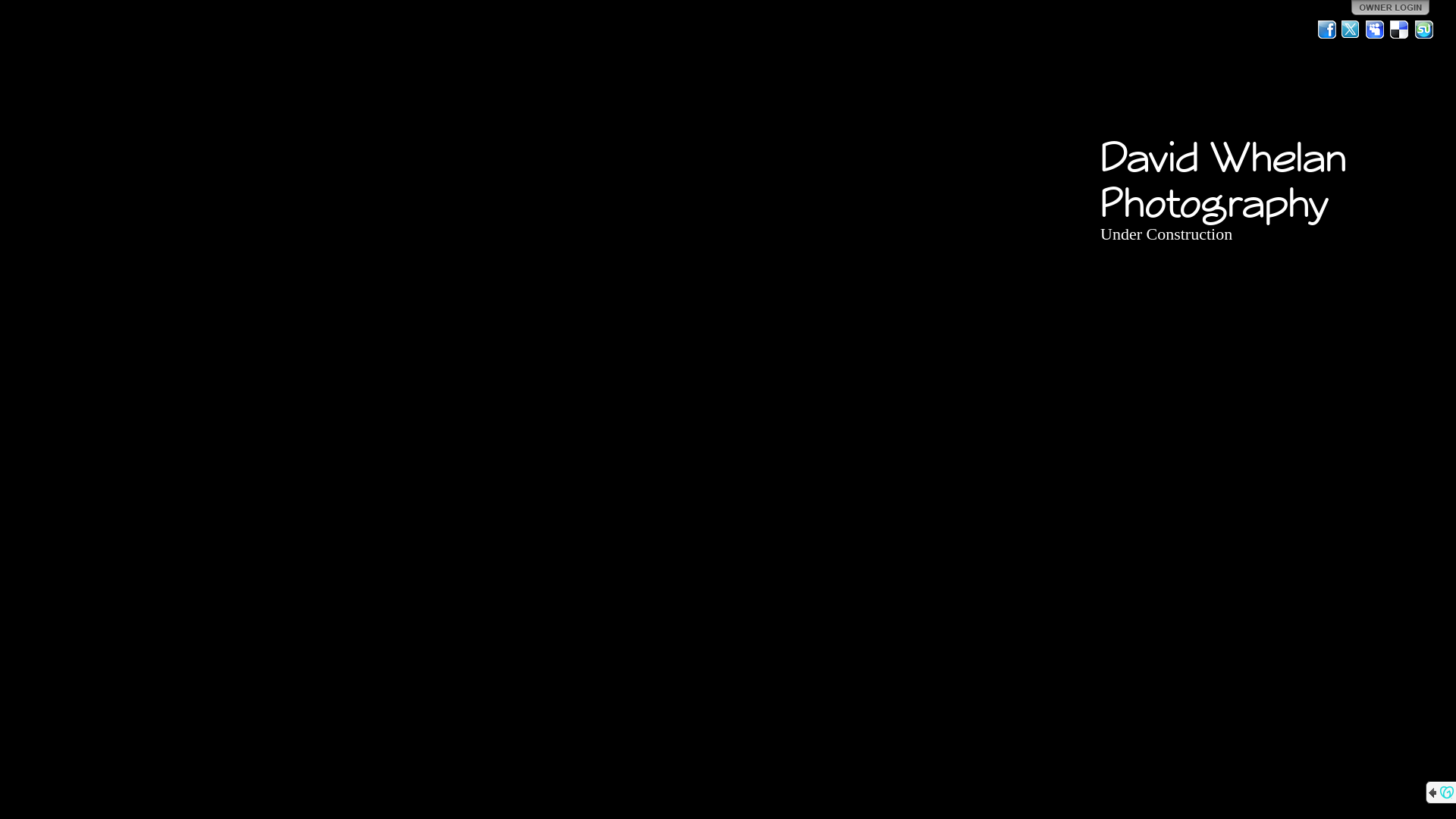 The height and width of the screenshot is (819, 1456). I want to click on 'MySpace', so click(1376, 29).